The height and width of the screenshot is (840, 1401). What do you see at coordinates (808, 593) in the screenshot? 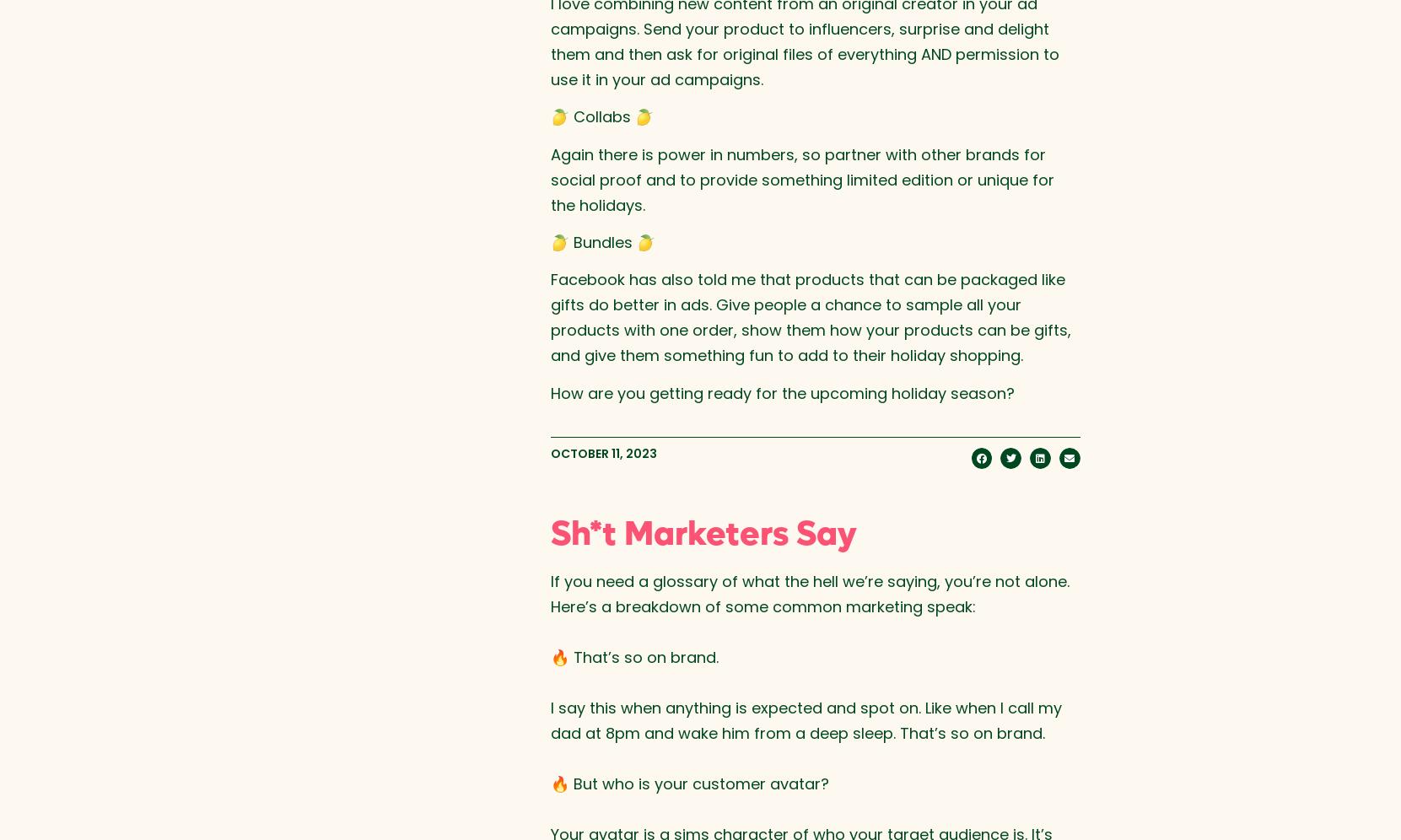
I see `'If you need a glossary of what the hell we’re saying, you’re not alone.⁠ Here’s a breakdown of some common marketing speak:⁠'` at bounding box center [808, 593].